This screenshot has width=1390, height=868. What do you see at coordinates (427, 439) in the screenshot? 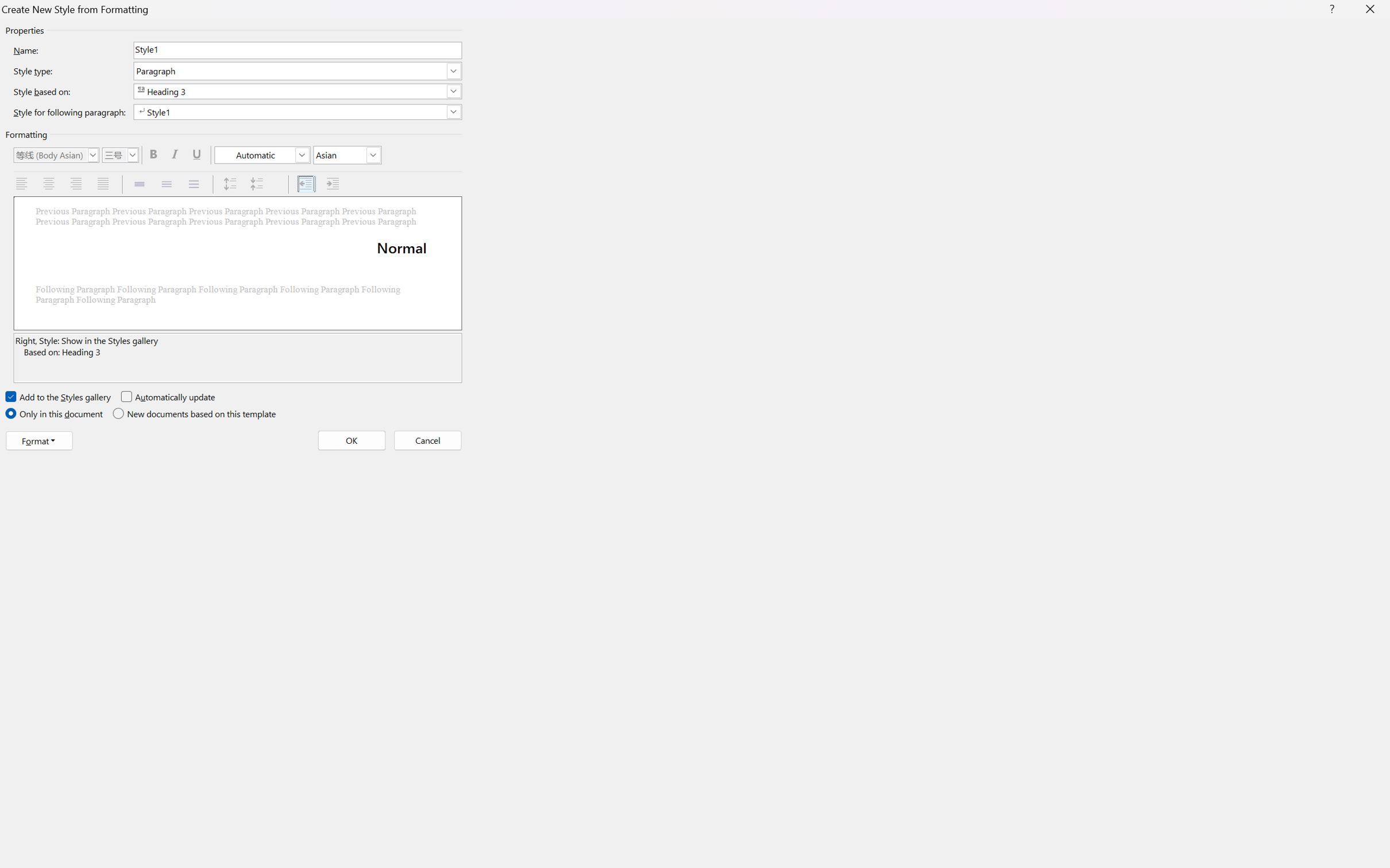
I see `'Cancel'` at bounding box center [427, 439].